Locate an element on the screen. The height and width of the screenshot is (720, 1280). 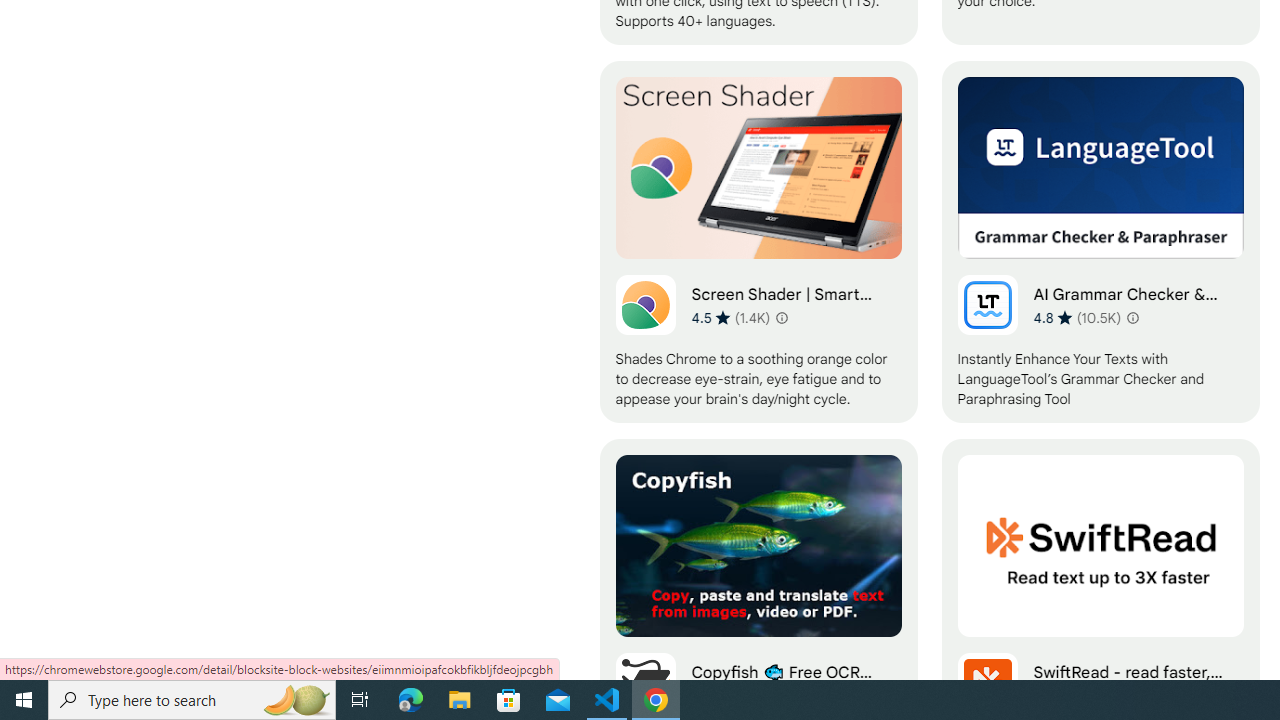
'Average rating 4.5 out of 5 stars. 1.4K ratings.' is located at coordinates (729, 316).